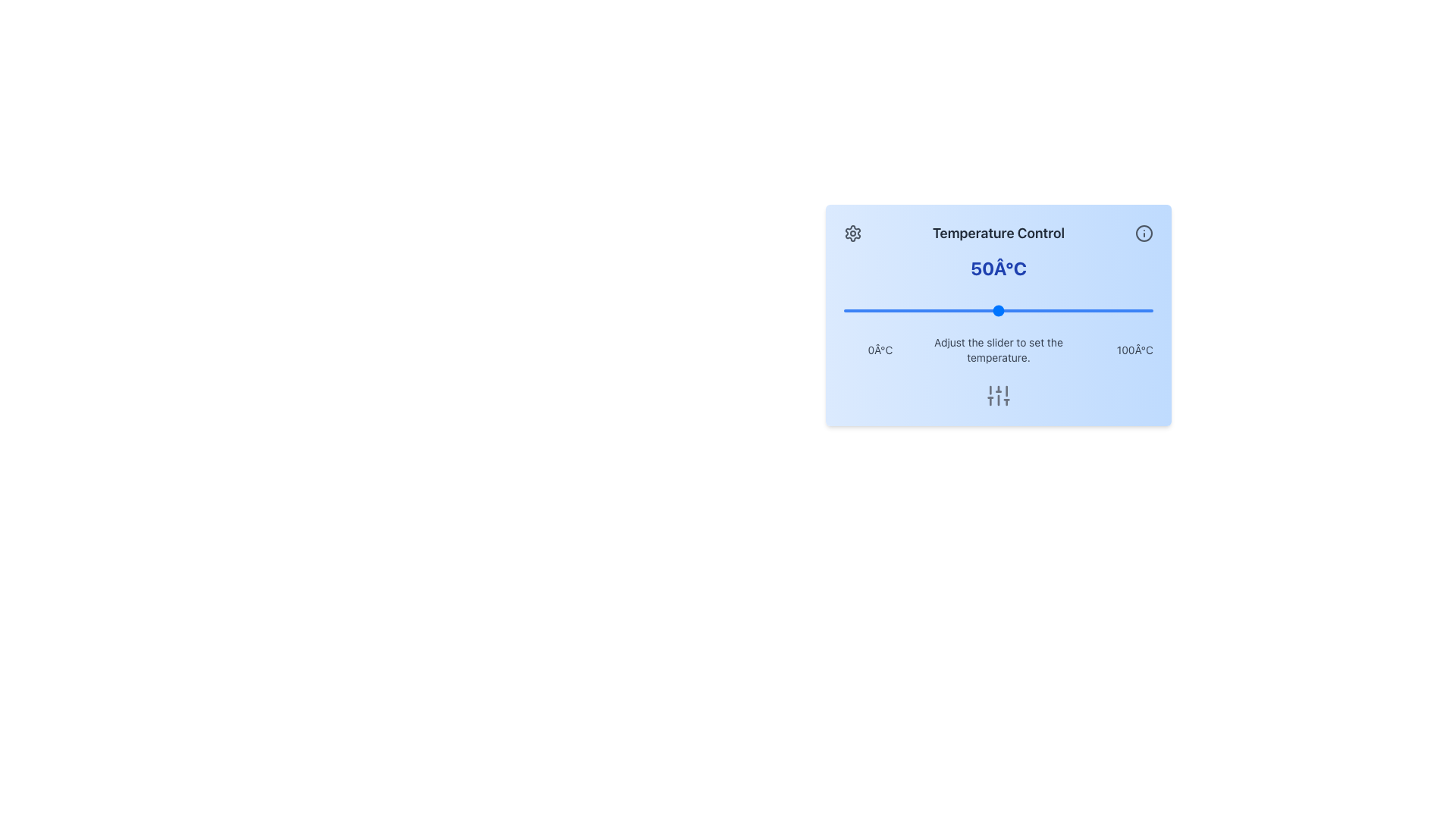  What do you see at coordinates (1119, 309) in the screenshot?
I see `temperature` at bounding box center [1119, 309].